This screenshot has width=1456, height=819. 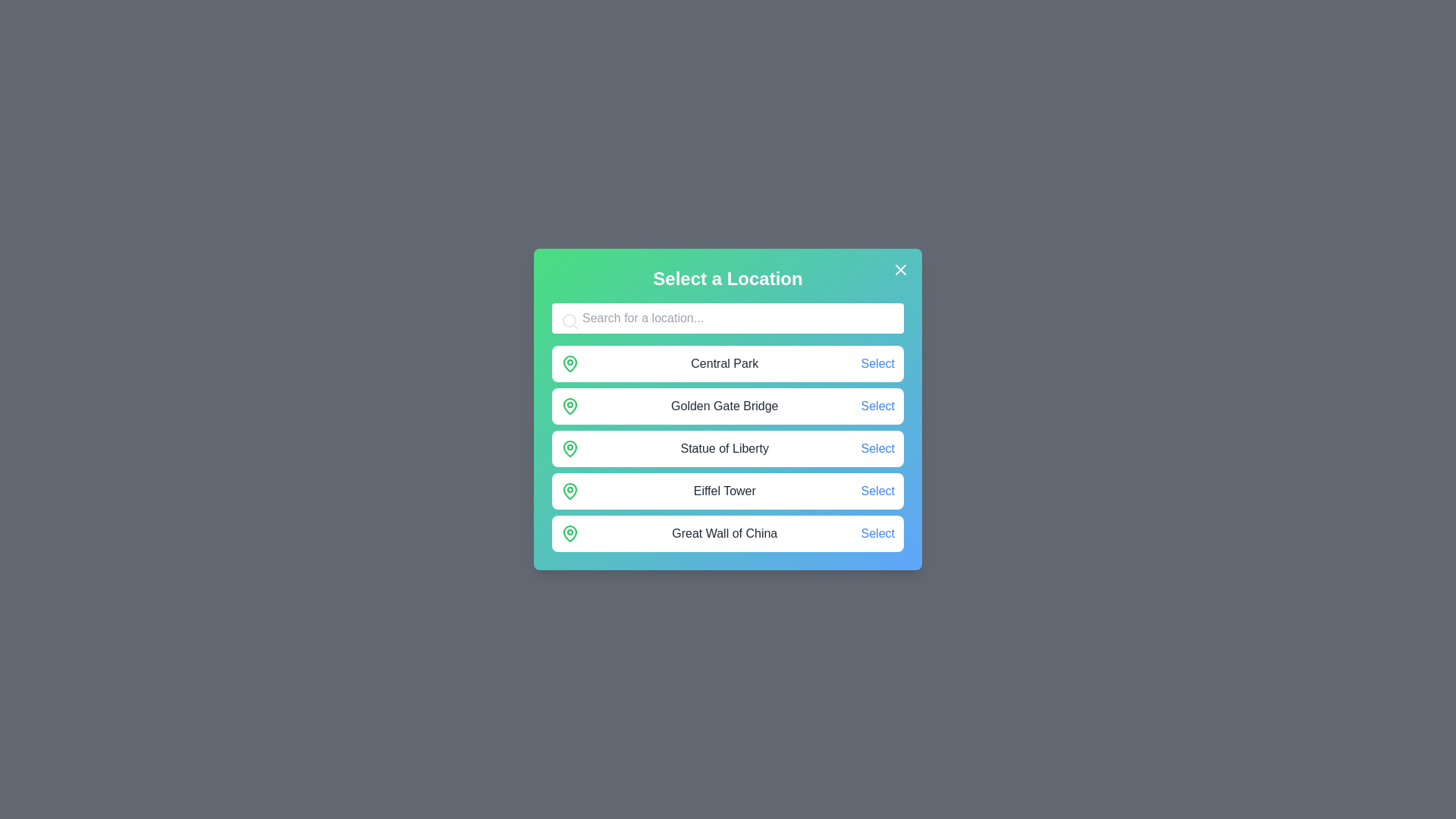 What do you see at coordinates (877, 447) in the screenshot?
I see `'Select' button corresponding to Statue of Liberty` at bounding box center [877, 447].